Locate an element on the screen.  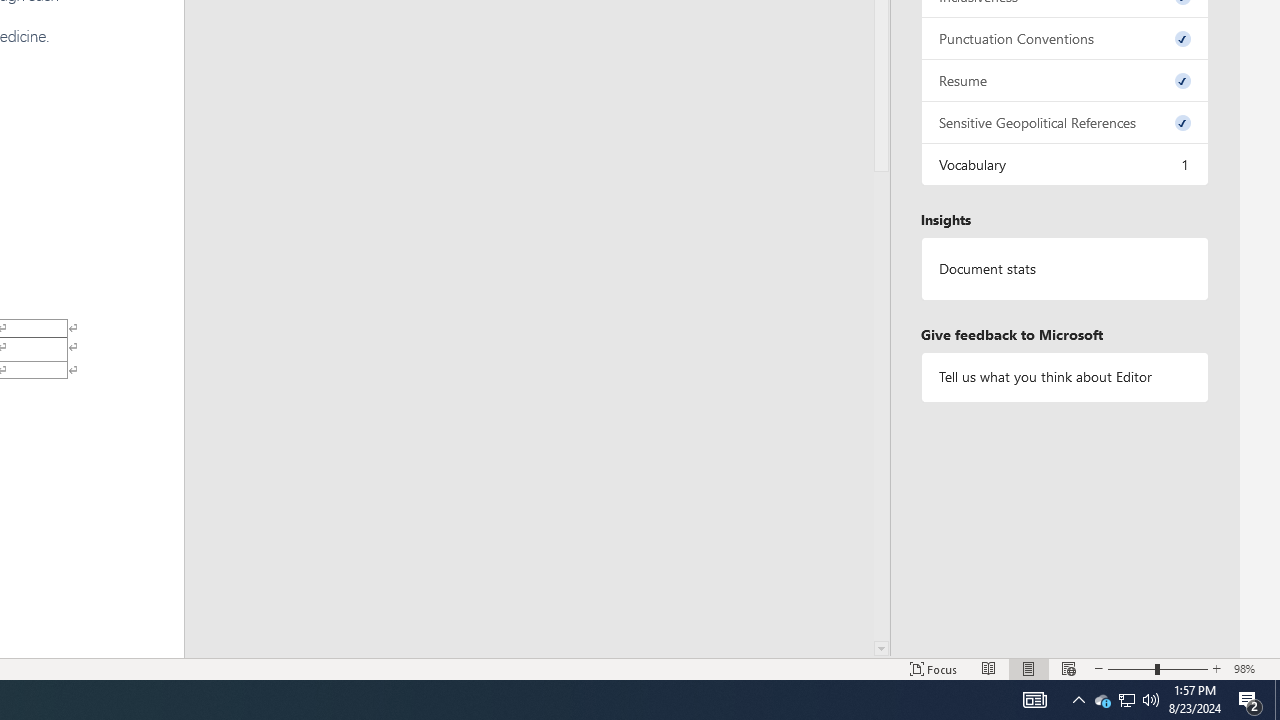
'Focus ' is located at coordinates (933, 669).